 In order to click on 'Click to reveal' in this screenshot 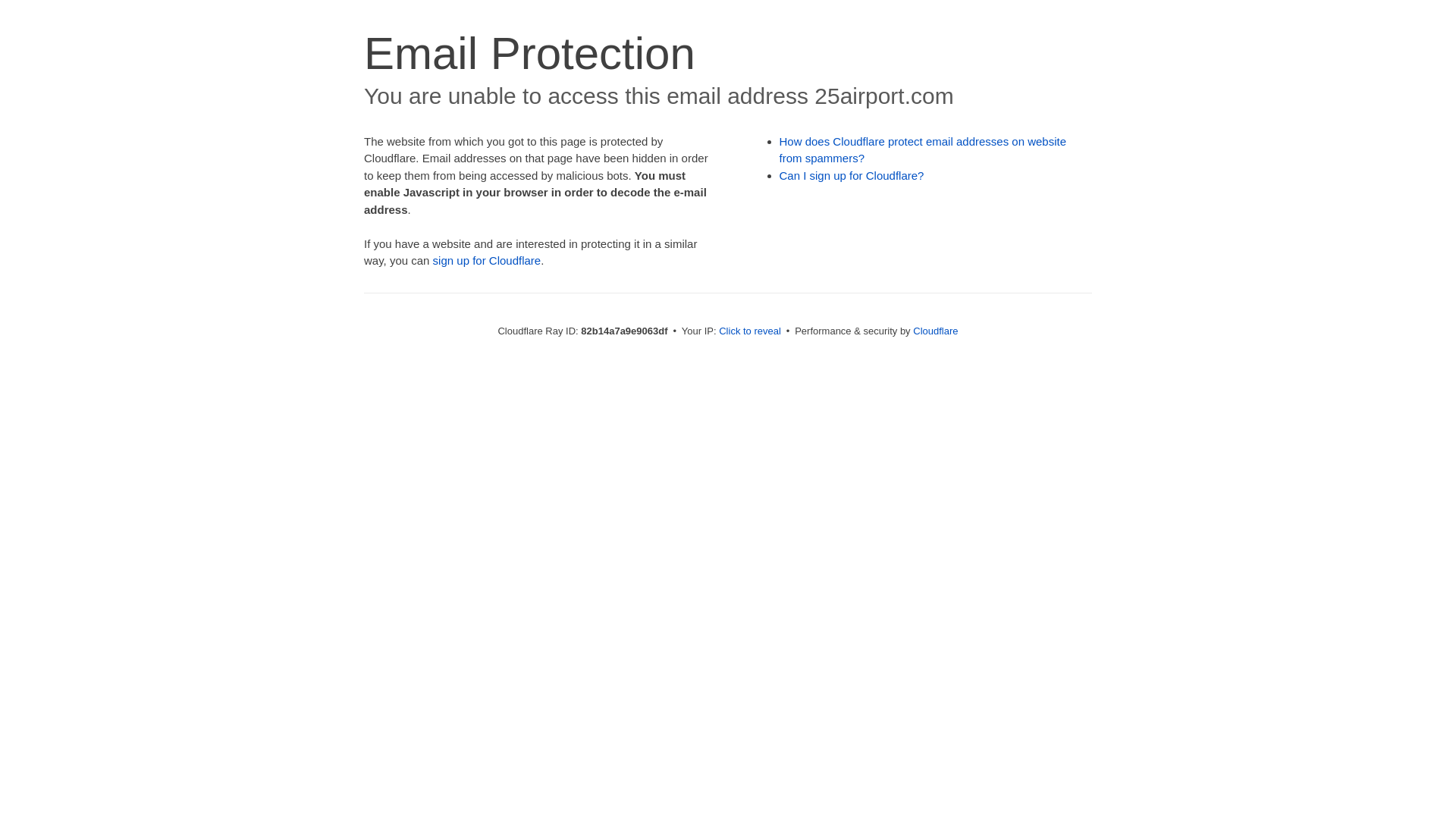, I will do `click(718, 330)`.